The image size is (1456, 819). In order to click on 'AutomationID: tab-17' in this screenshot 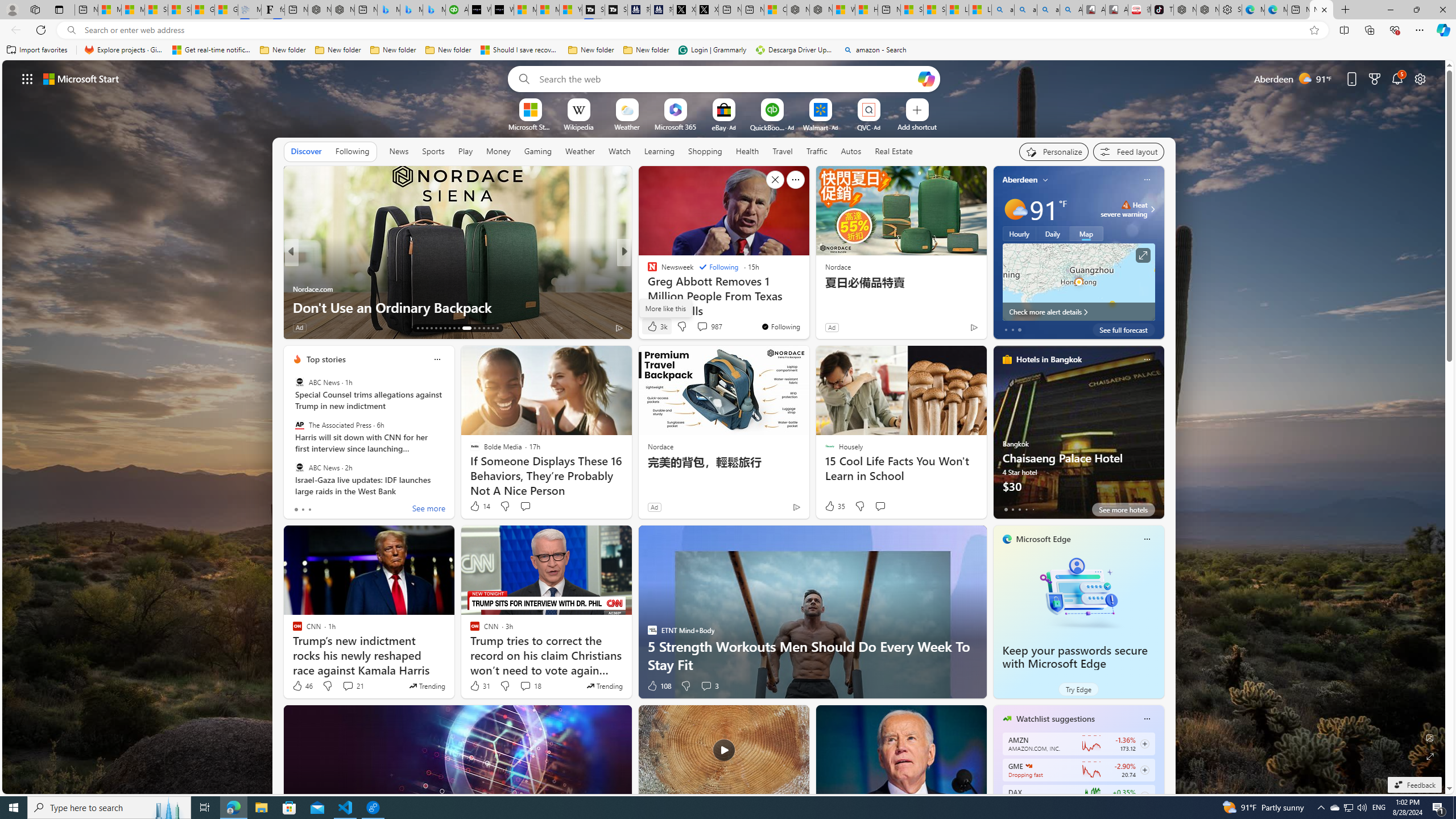, I will do `click(436, 328)`.